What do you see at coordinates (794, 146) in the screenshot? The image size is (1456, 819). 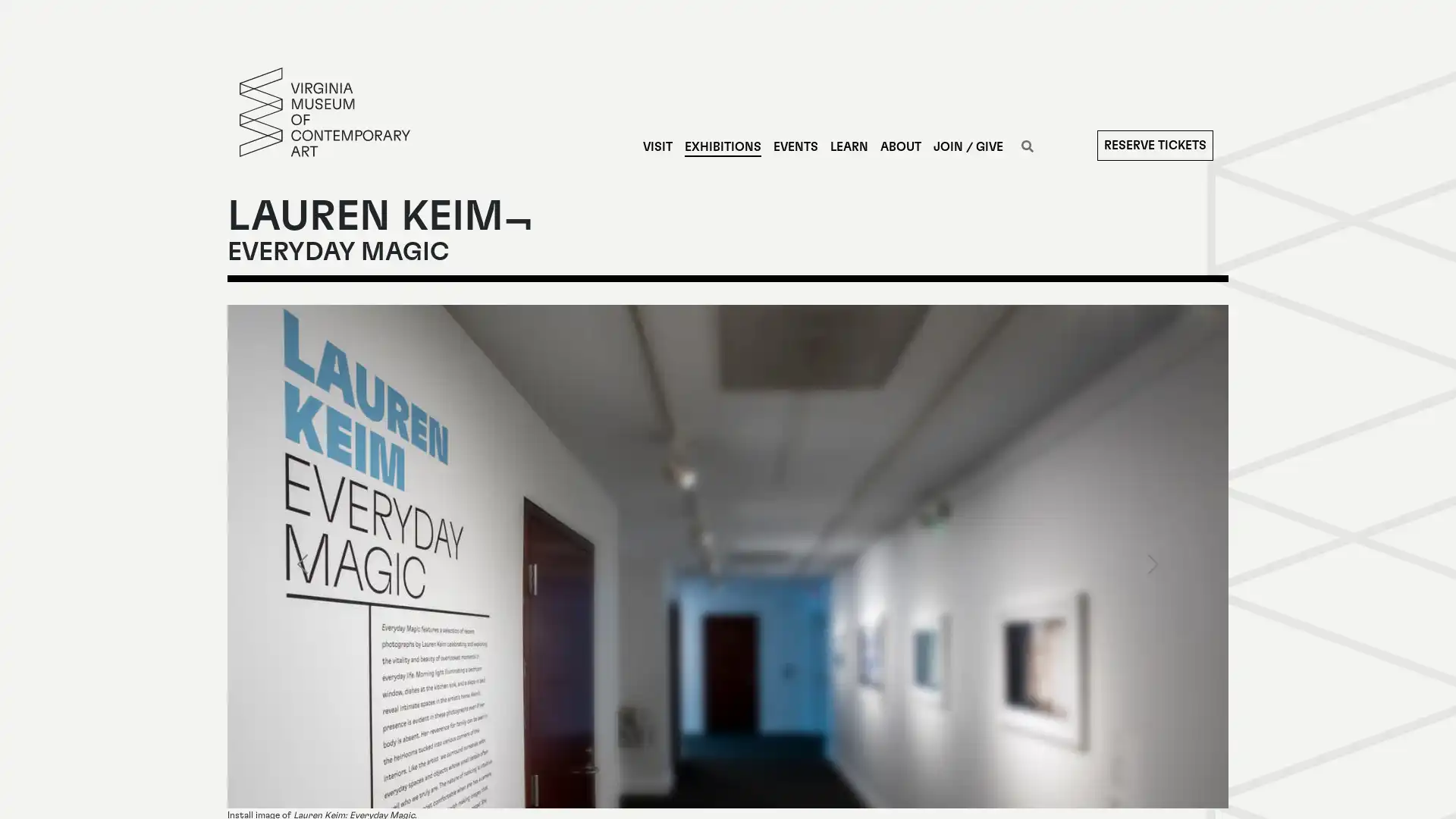 I see `EVENTS` at bounding box center [794, 146].